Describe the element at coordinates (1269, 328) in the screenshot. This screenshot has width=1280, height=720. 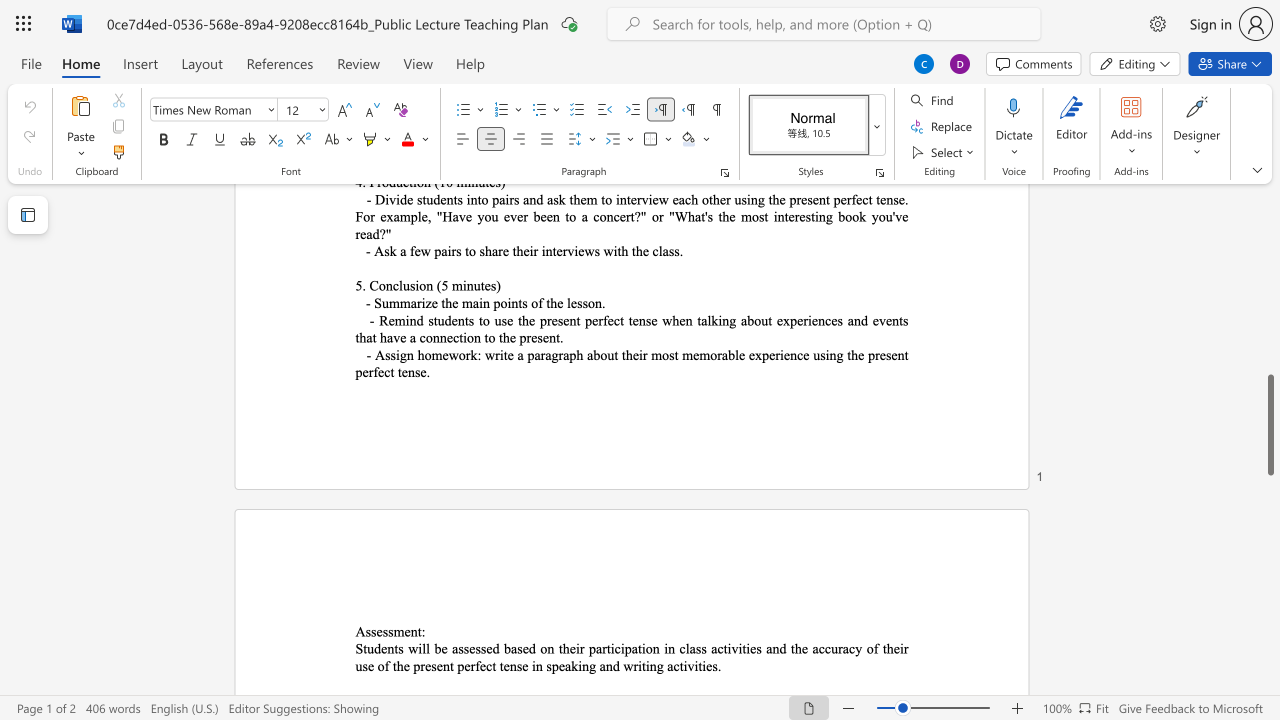
I see `the scrollbar to move the content higher` at that location.